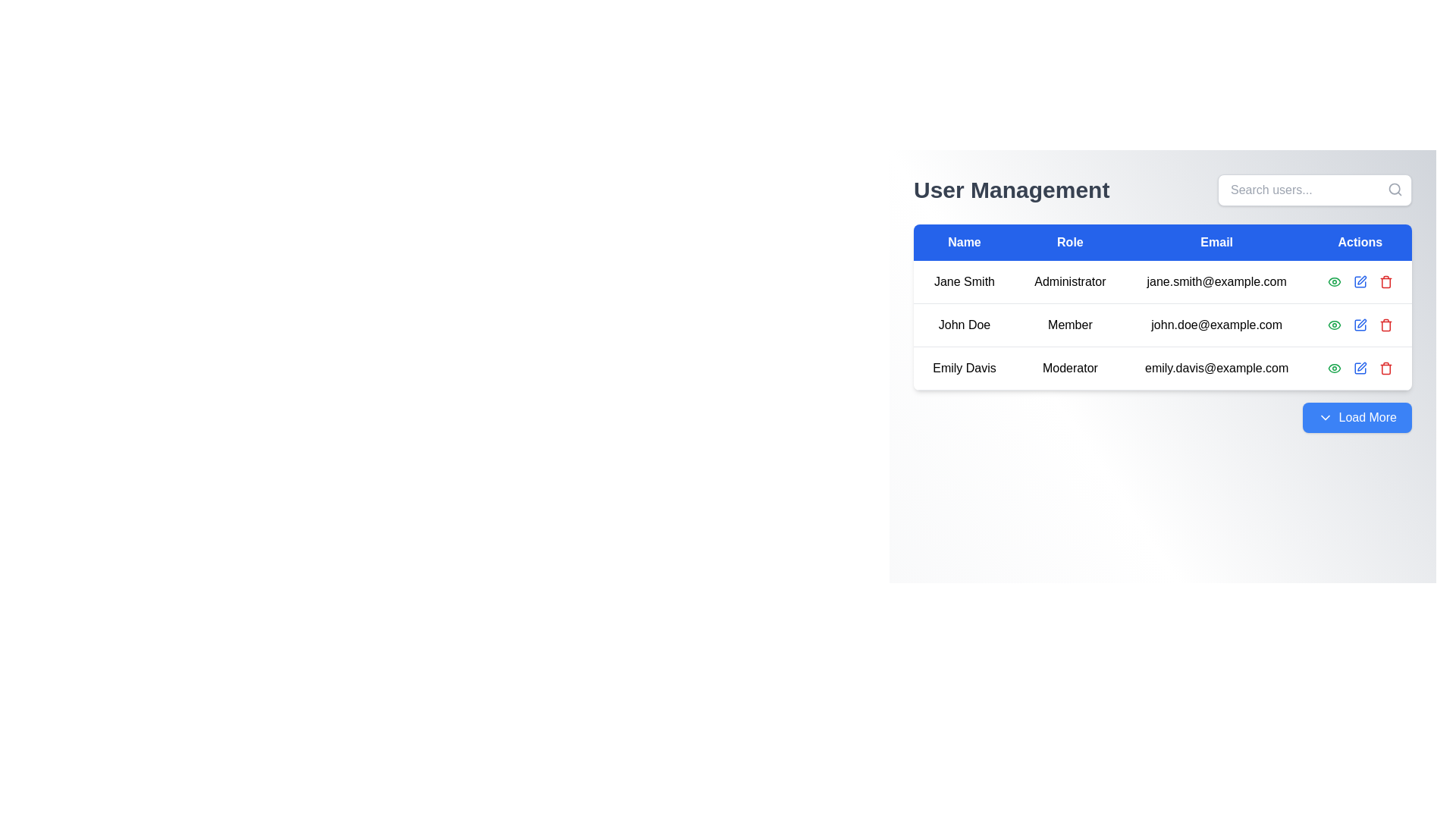 Image resolution: width=1456 pixels, height=819 pixels. Describe the element at coordinates (1360, 324) in the screenshot. I see `the blue edit icon resembling a pen in the 'Actions' column of the second row` at that location.